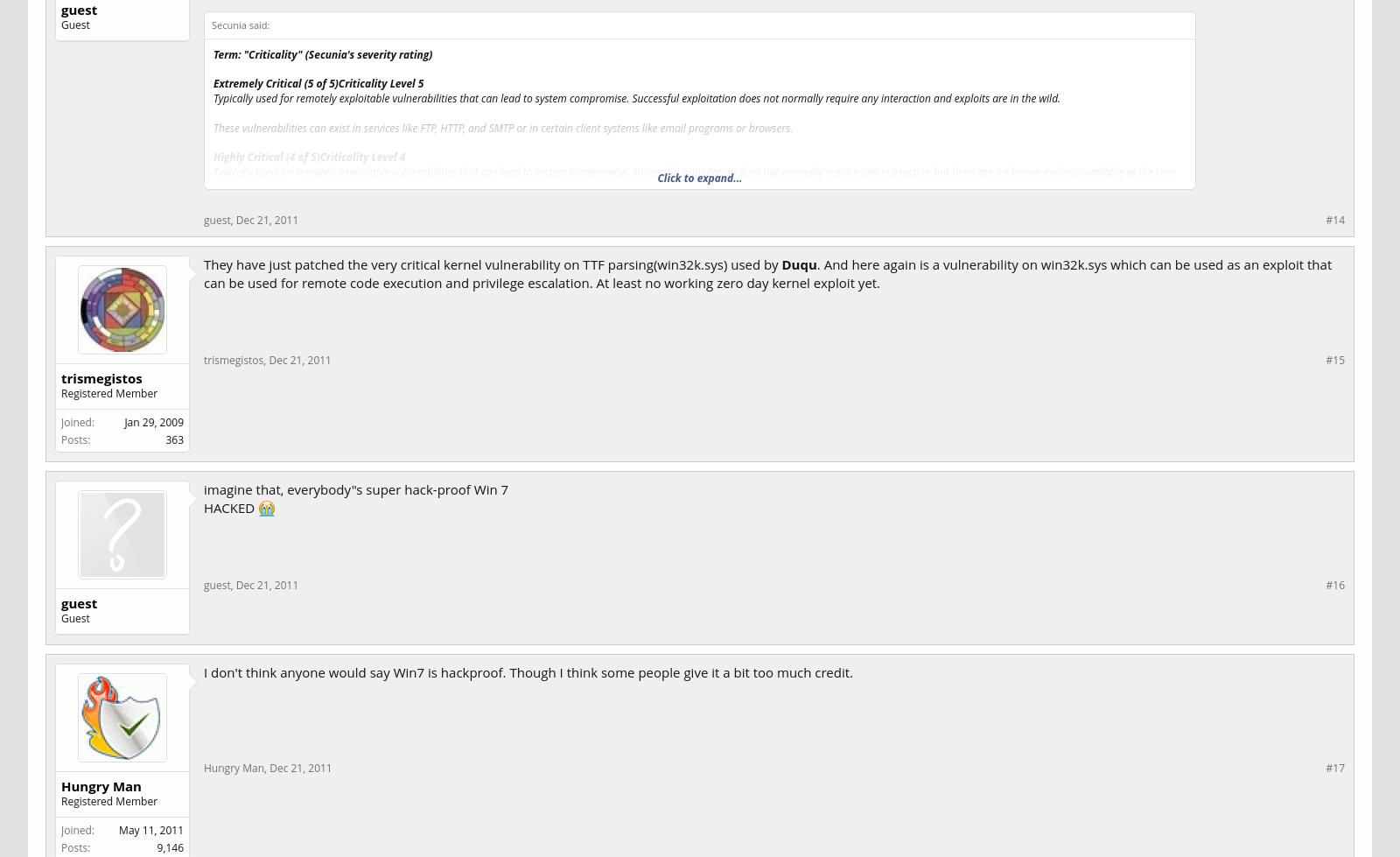 The image size is (1400, 857). What do you see at coordinates (153, 421) in the screenshot?
I see `'Jan 29, 2009'` at bounding box center [153, 421].